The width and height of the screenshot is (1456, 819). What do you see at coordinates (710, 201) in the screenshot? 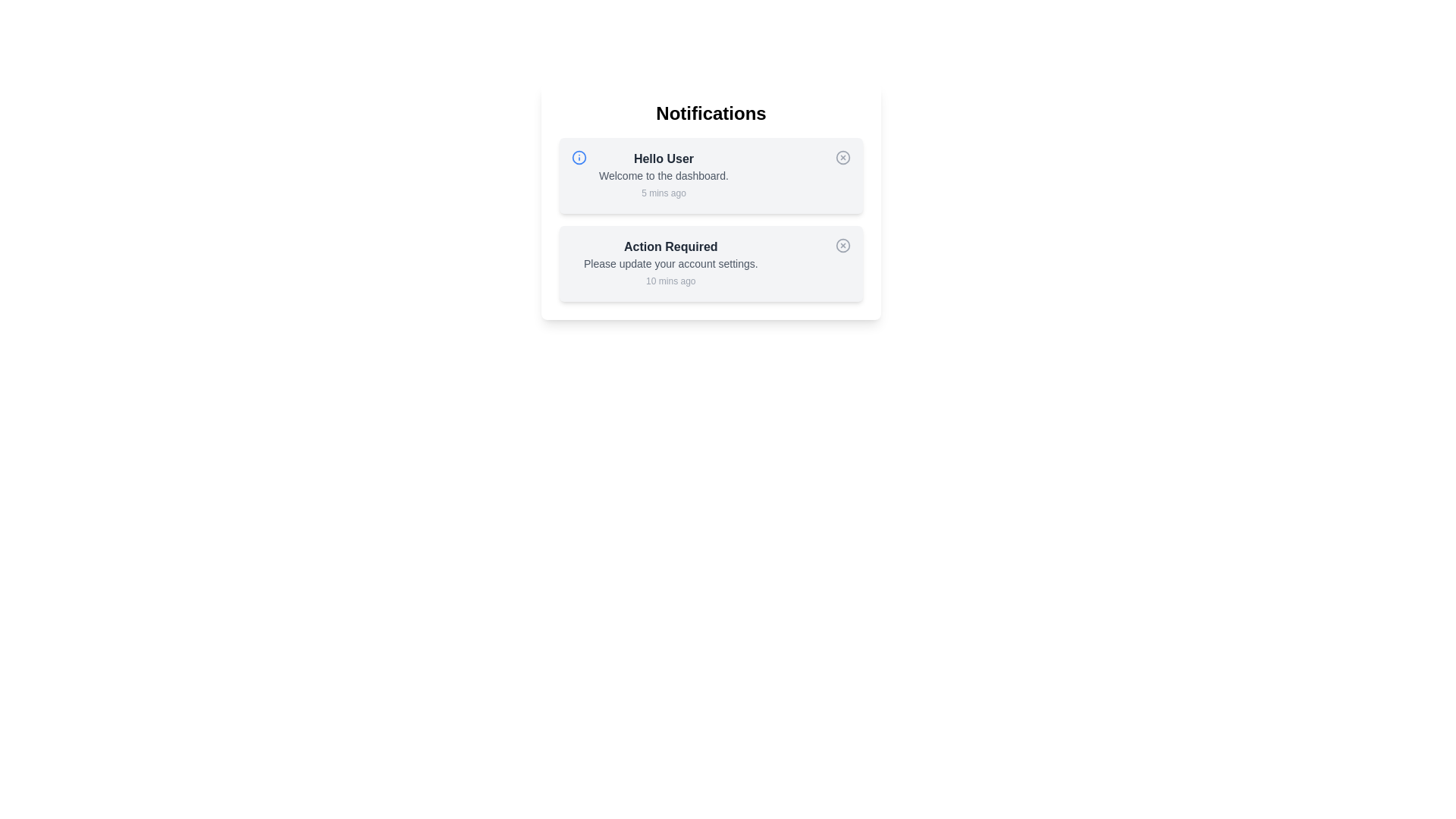
I see `the notification center element` at bounding box center [710, 201].